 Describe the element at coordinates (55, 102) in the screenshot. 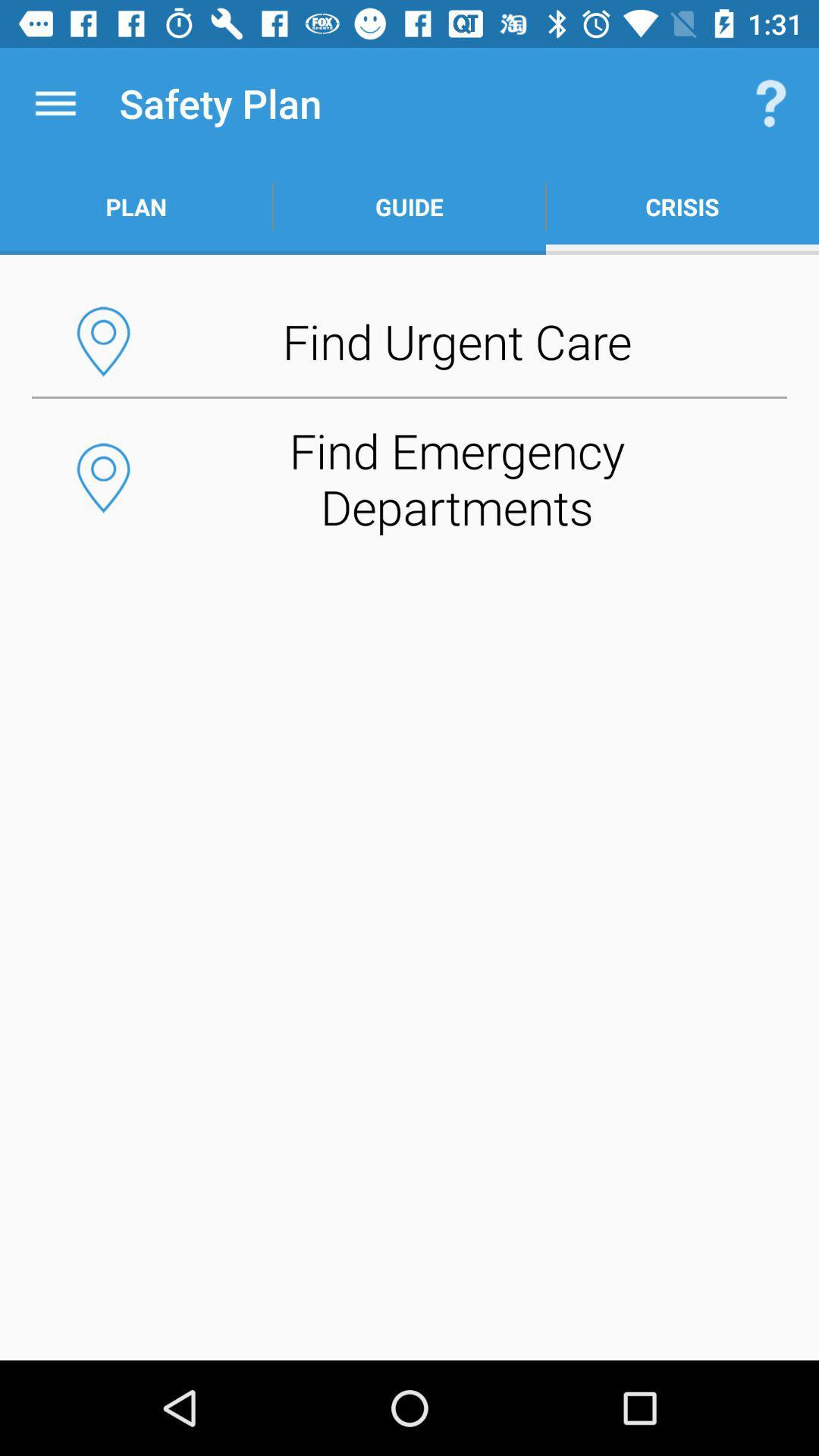

I see `app above the plan` at that location.